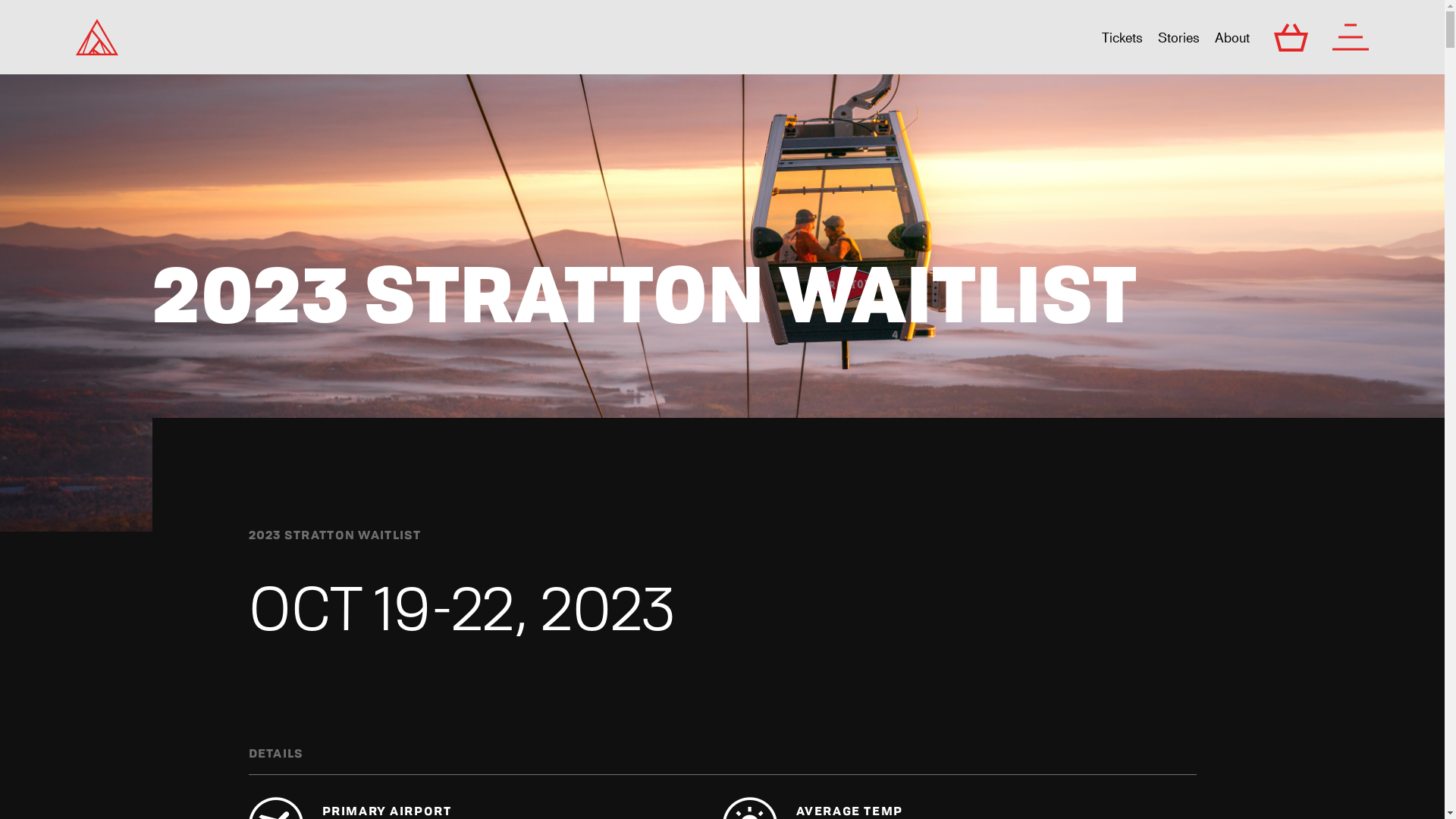  What do you see at coordinates (1232, 36) in the screenshot?
I see `'About'` at bounding box center [1232, 36].